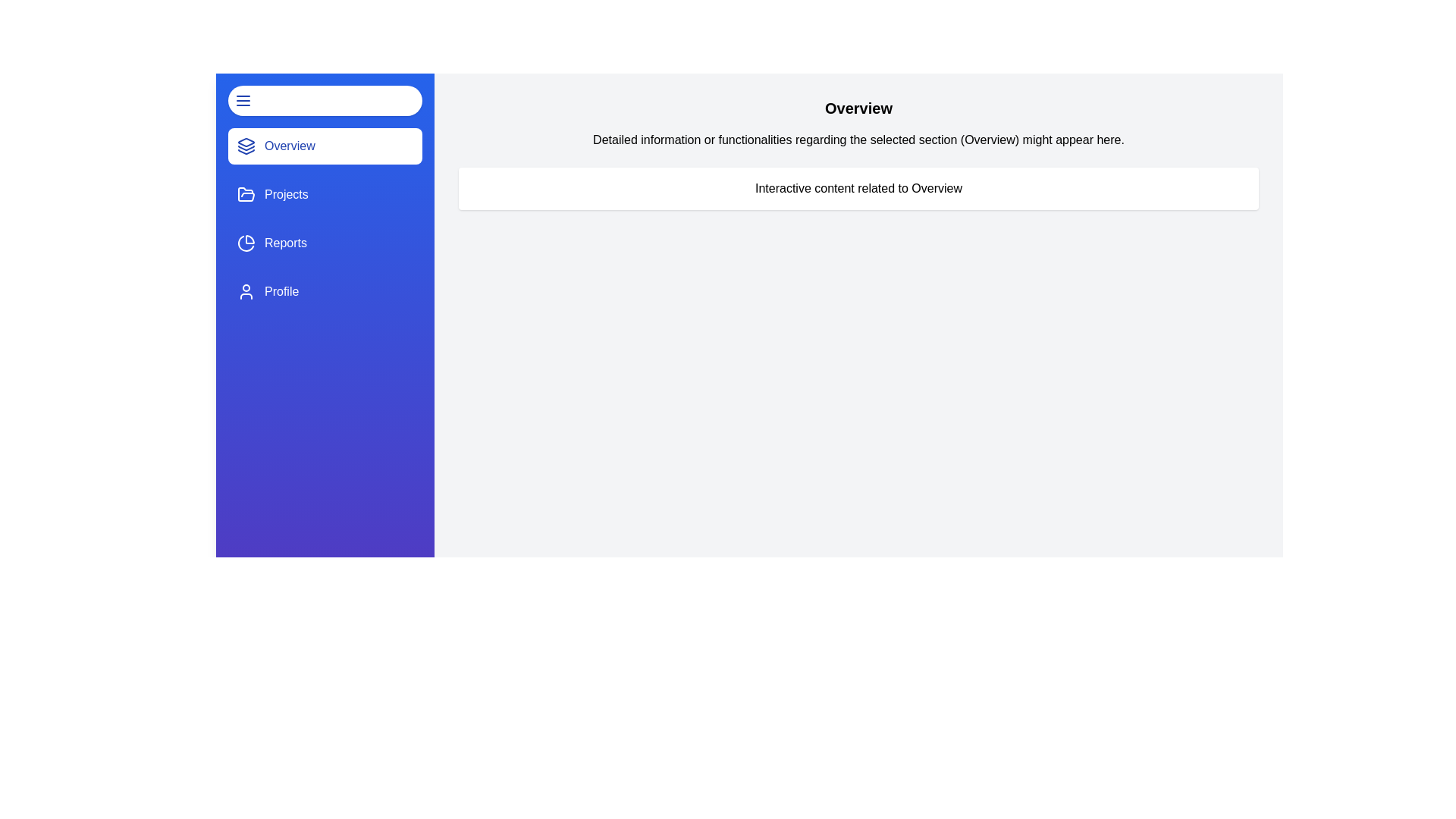 The image size is (1456, 819). I want to click on the navigation section Projects, so click(324, 194).